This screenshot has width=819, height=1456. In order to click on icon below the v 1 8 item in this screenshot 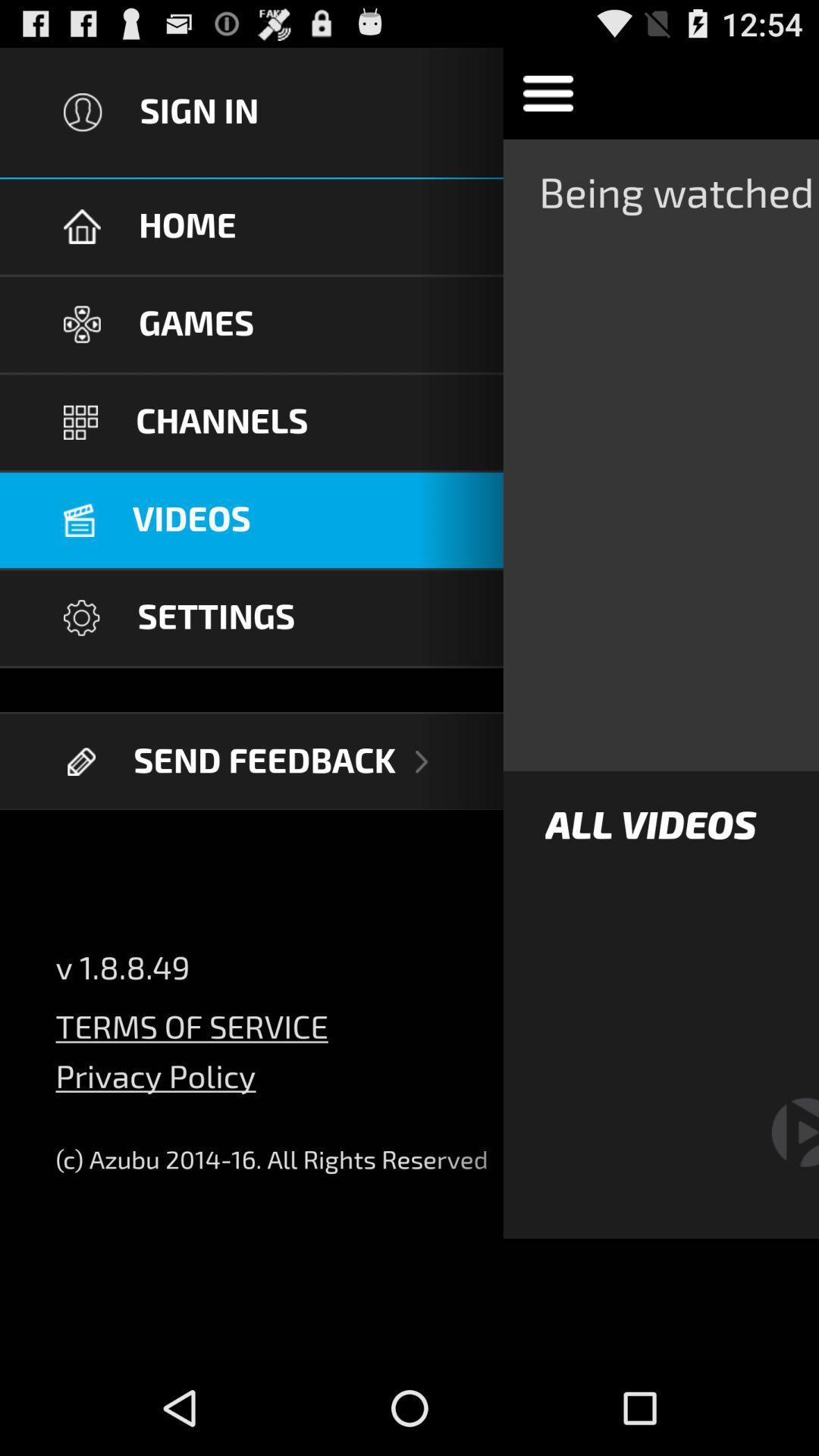, I will do `click(191, 1018)`.